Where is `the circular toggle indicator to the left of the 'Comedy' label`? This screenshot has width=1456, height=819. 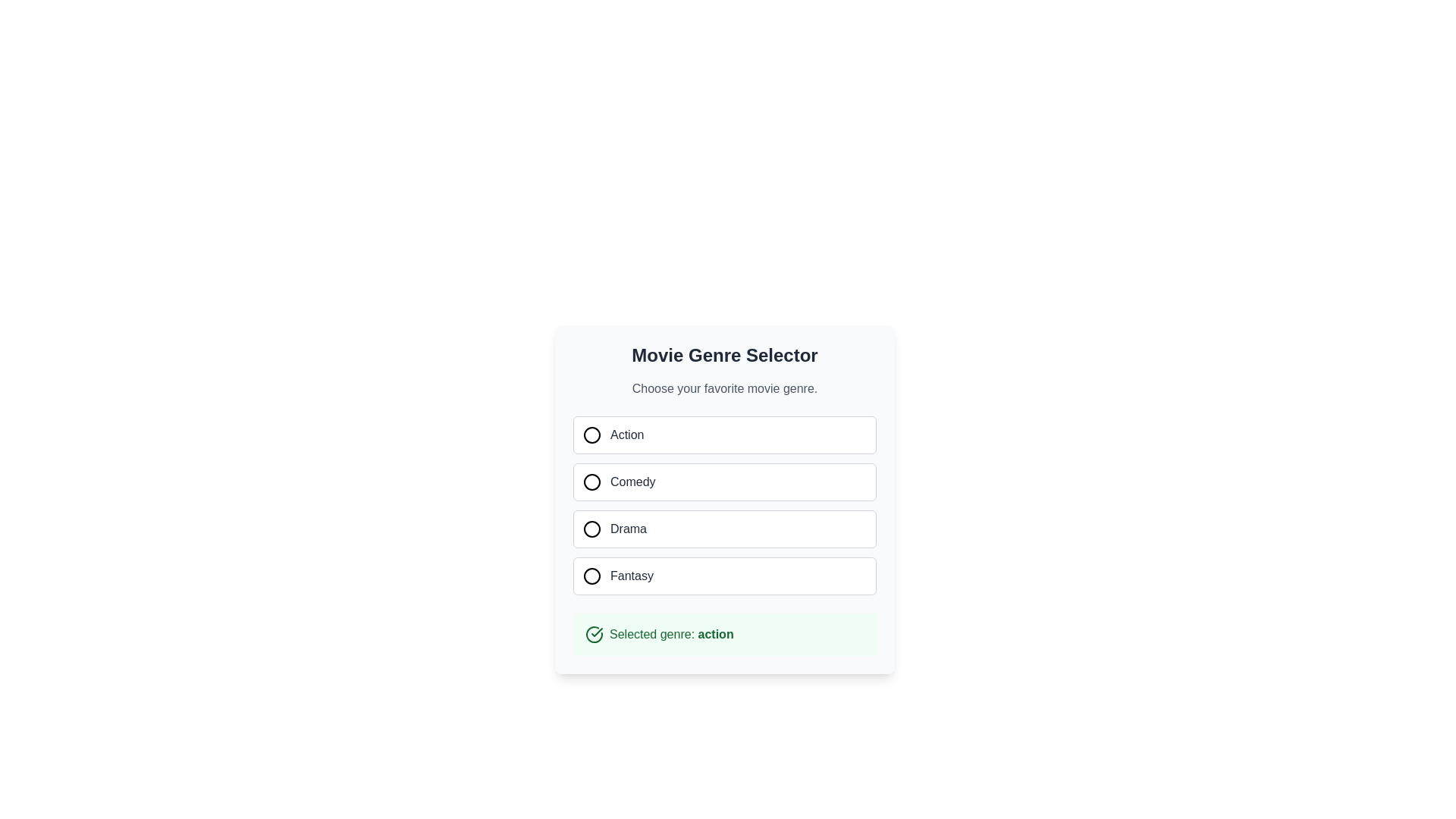 the circular toggle indicator to the left of the 'Comedy' label is located at coordinates (632, 482).